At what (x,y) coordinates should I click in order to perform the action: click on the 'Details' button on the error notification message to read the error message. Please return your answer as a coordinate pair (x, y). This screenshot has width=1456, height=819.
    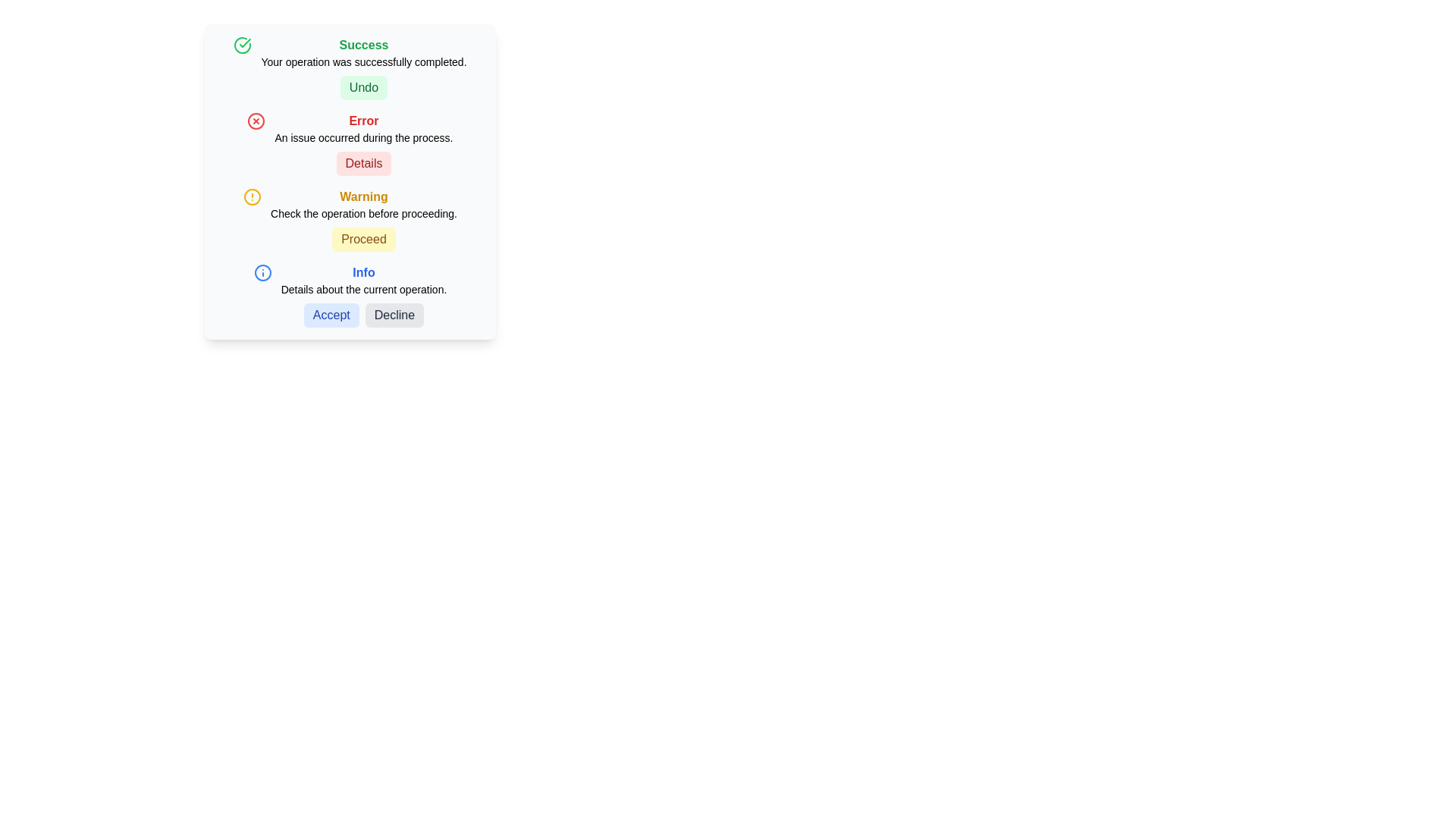
    Looking at the image, I should click on (349, 143).